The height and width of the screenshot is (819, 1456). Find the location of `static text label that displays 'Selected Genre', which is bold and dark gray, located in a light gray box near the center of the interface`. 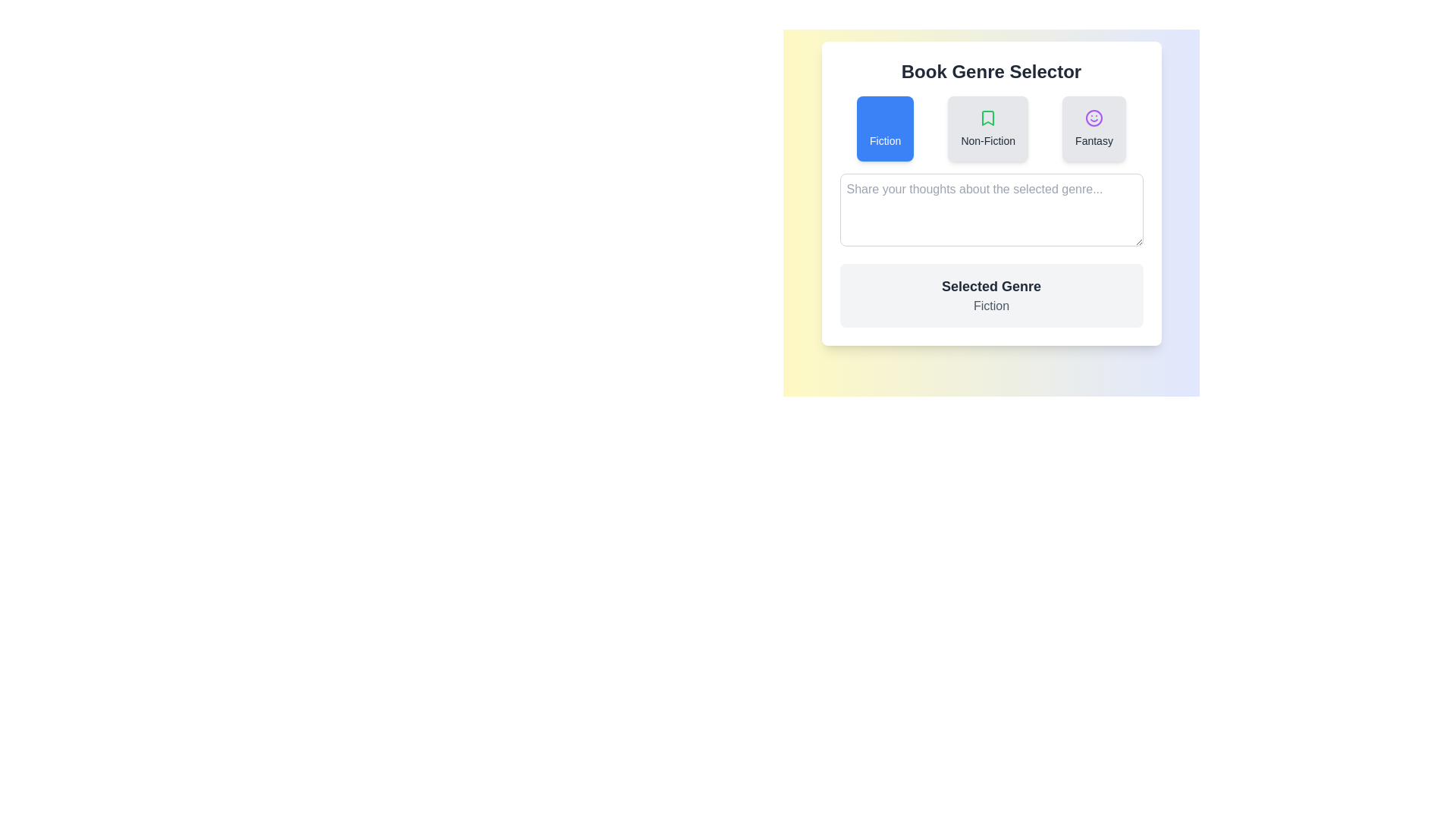

static text label that displays 'Selected Genre', which is bold and dark gray, located in a light gray box near the center of the interface is located at coordinates (991, 287).